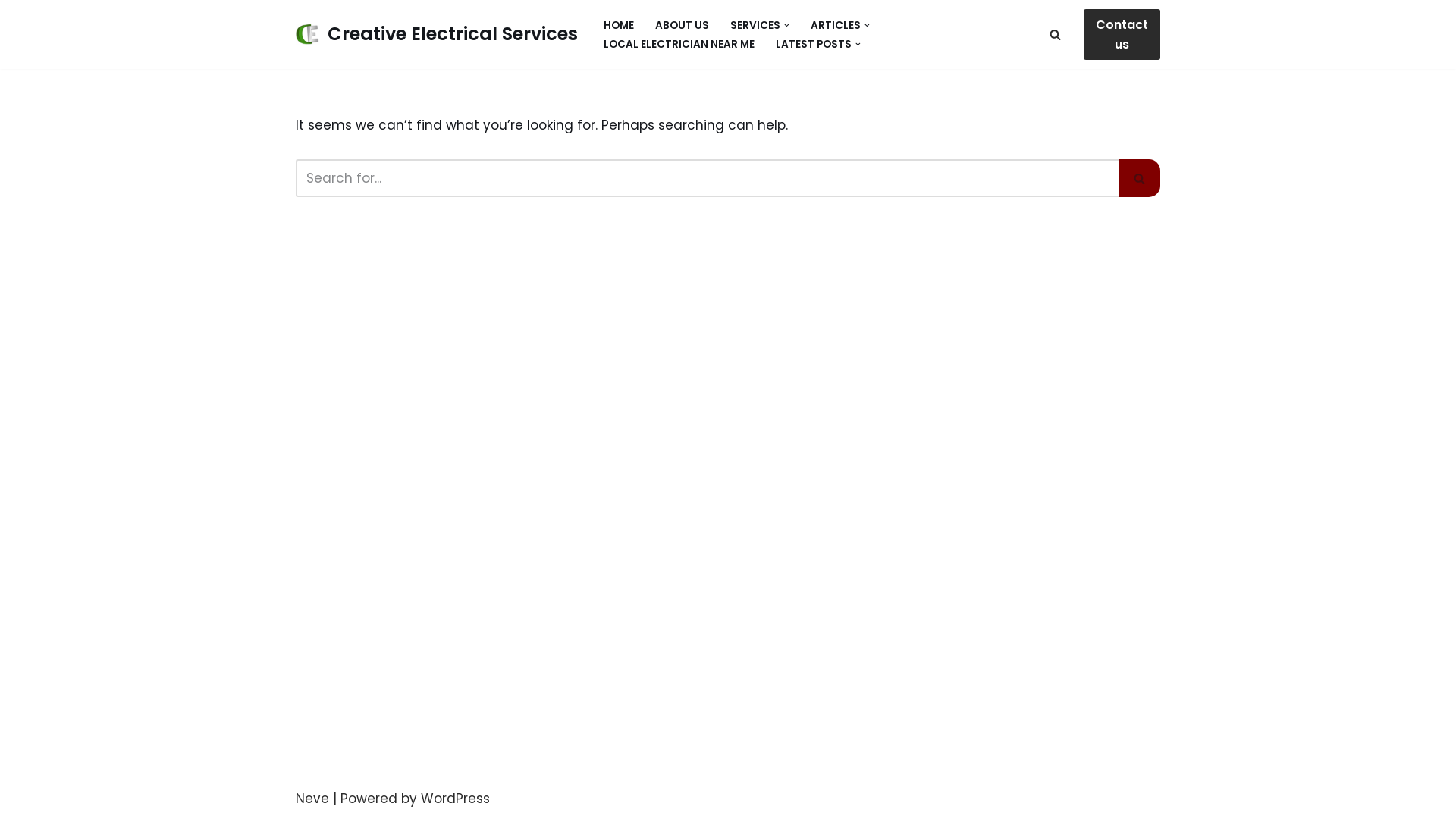  I want to click on 'Neve', so click(312, 798).